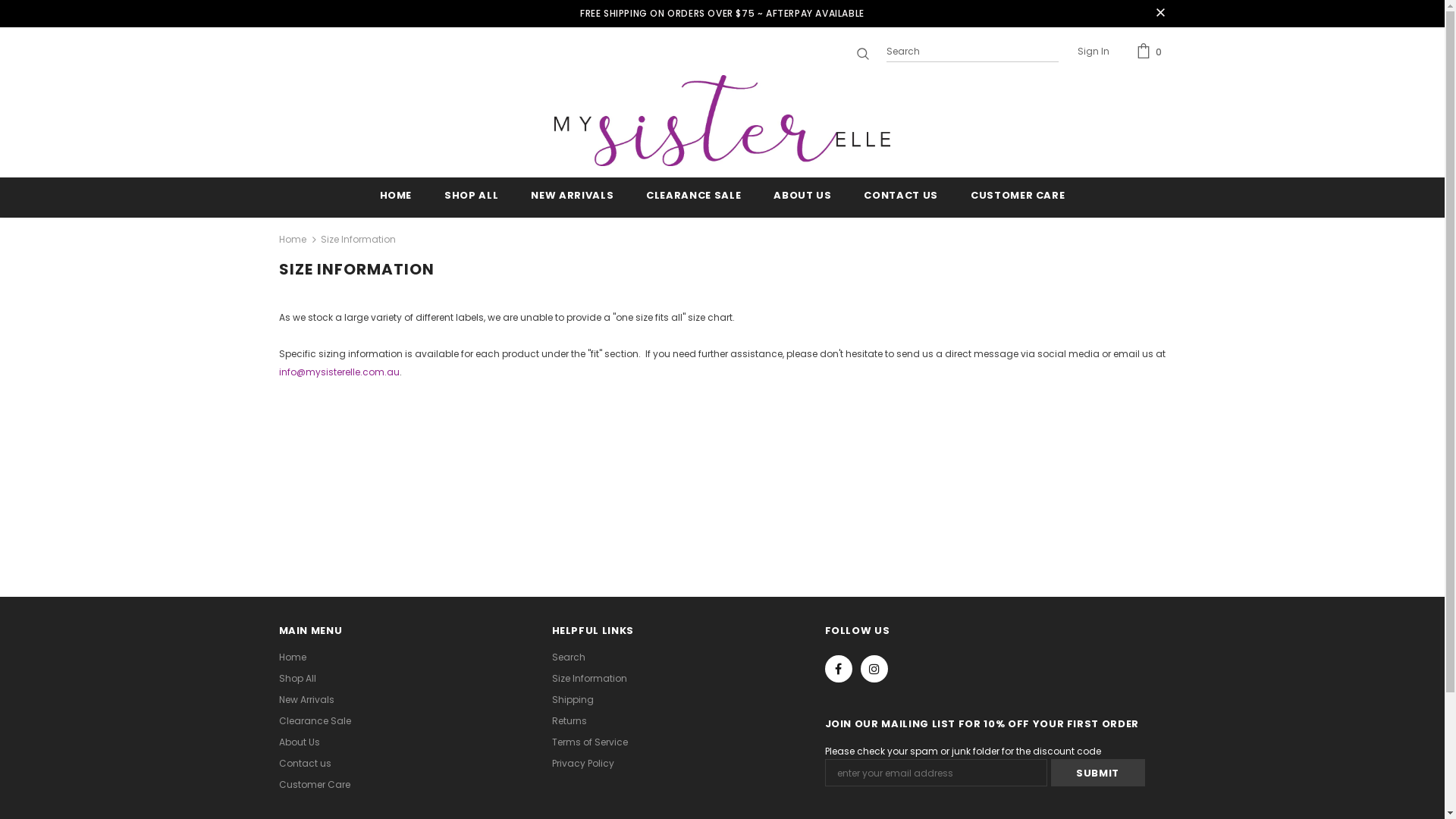  I want to click on 'New Arrivals', so click(306, 699).